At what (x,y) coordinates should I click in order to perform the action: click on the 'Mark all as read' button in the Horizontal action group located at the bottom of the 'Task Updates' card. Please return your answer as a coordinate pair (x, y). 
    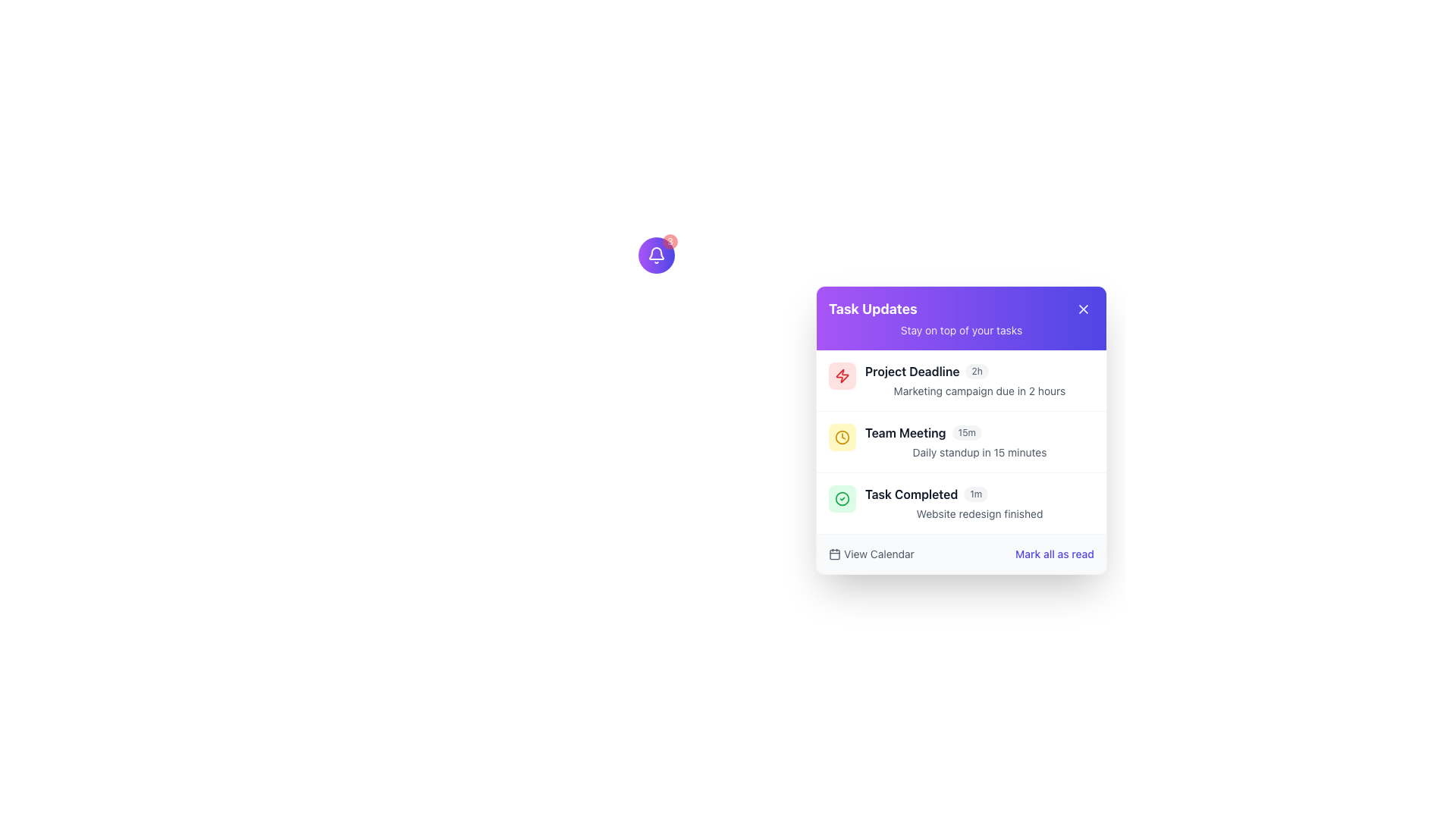
    Looking at the image, I should click on (960, 554).